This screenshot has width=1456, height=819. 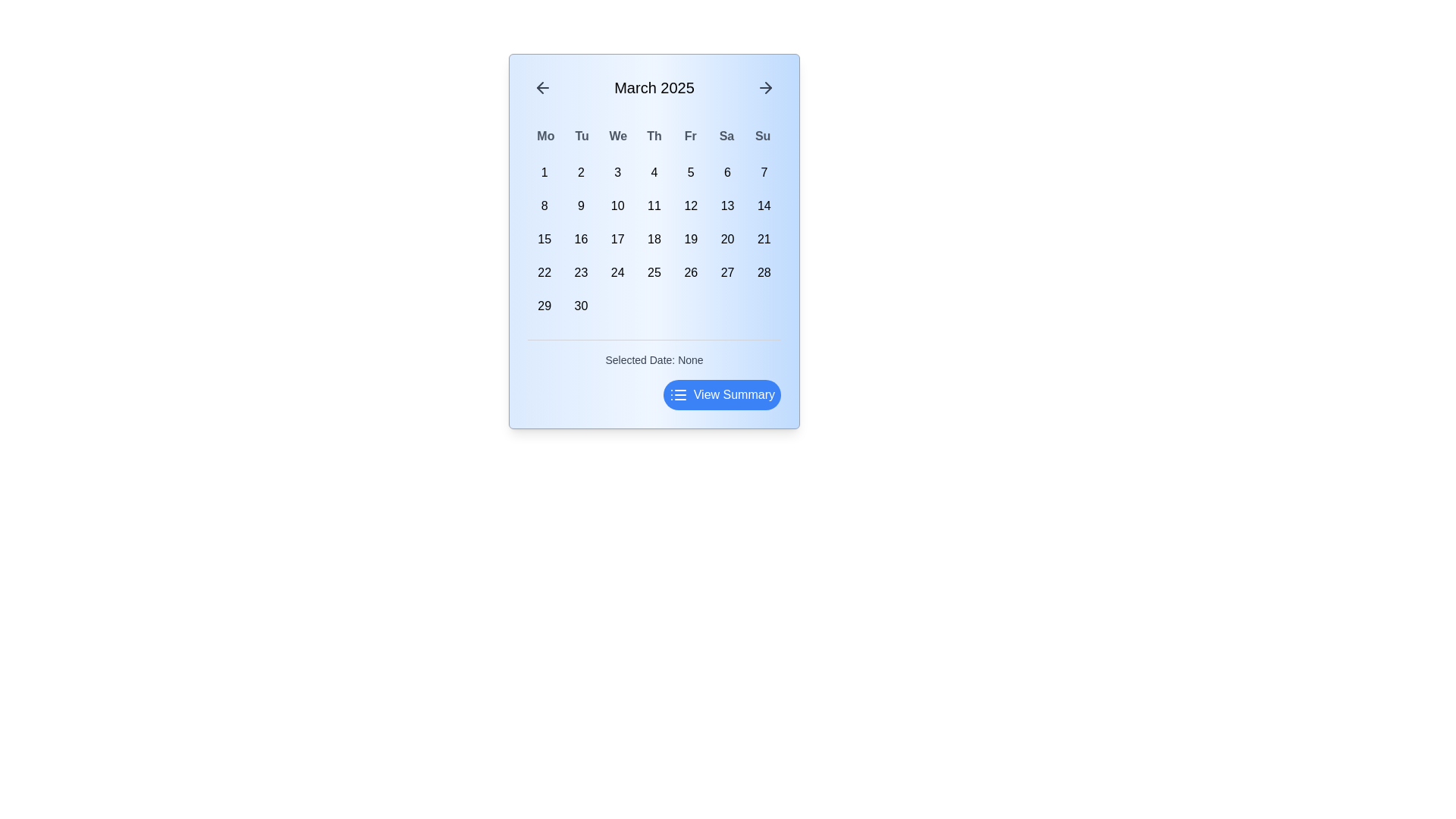 What do you see at coordinates (654, 206) in the screenshot?
I see `the interactive calendar day button representing the 11th day of March 2025` at bounding box center [654, 206].